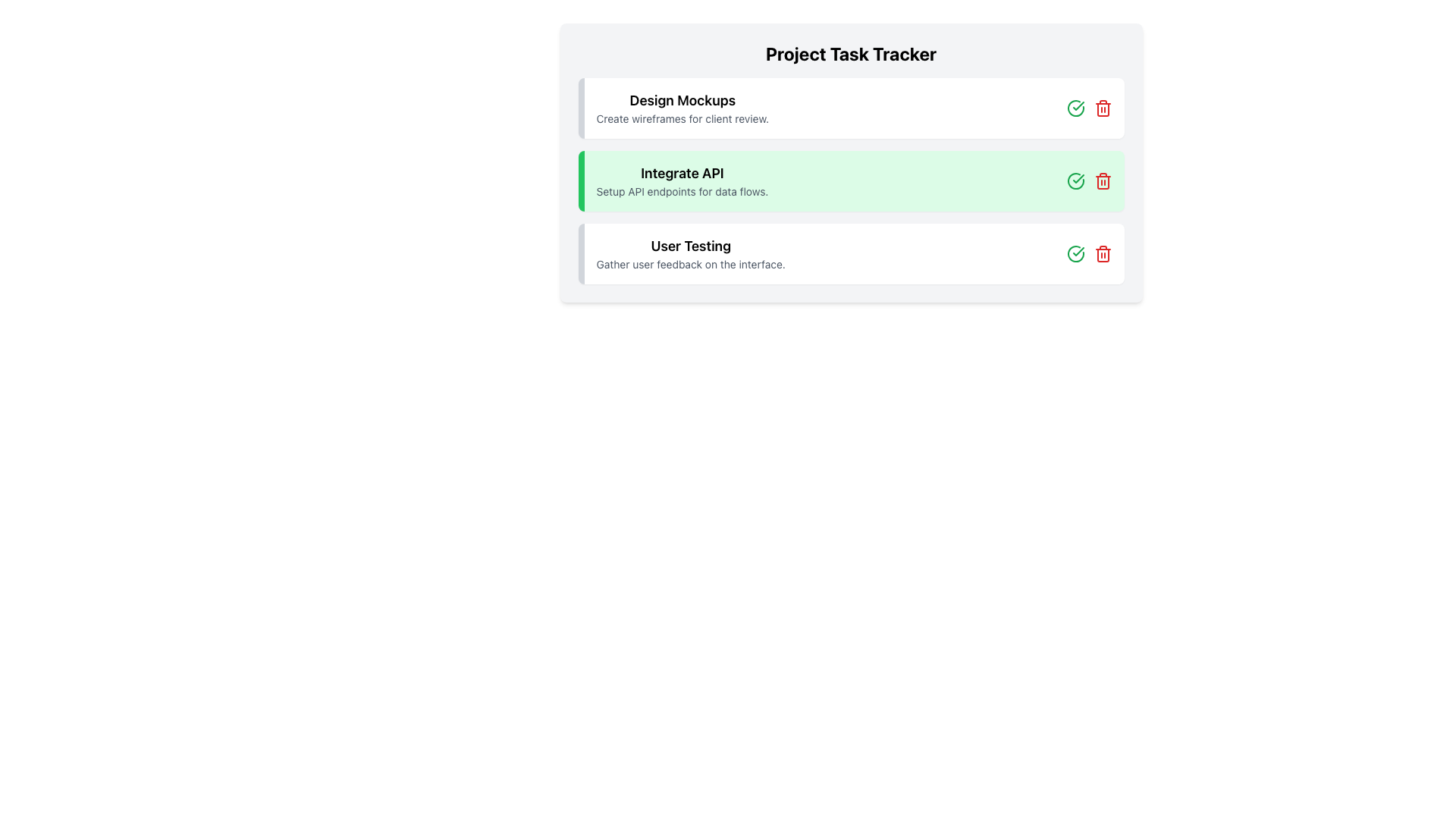  I want to click on the 'Design Mockups' text label, so click(682, 100).